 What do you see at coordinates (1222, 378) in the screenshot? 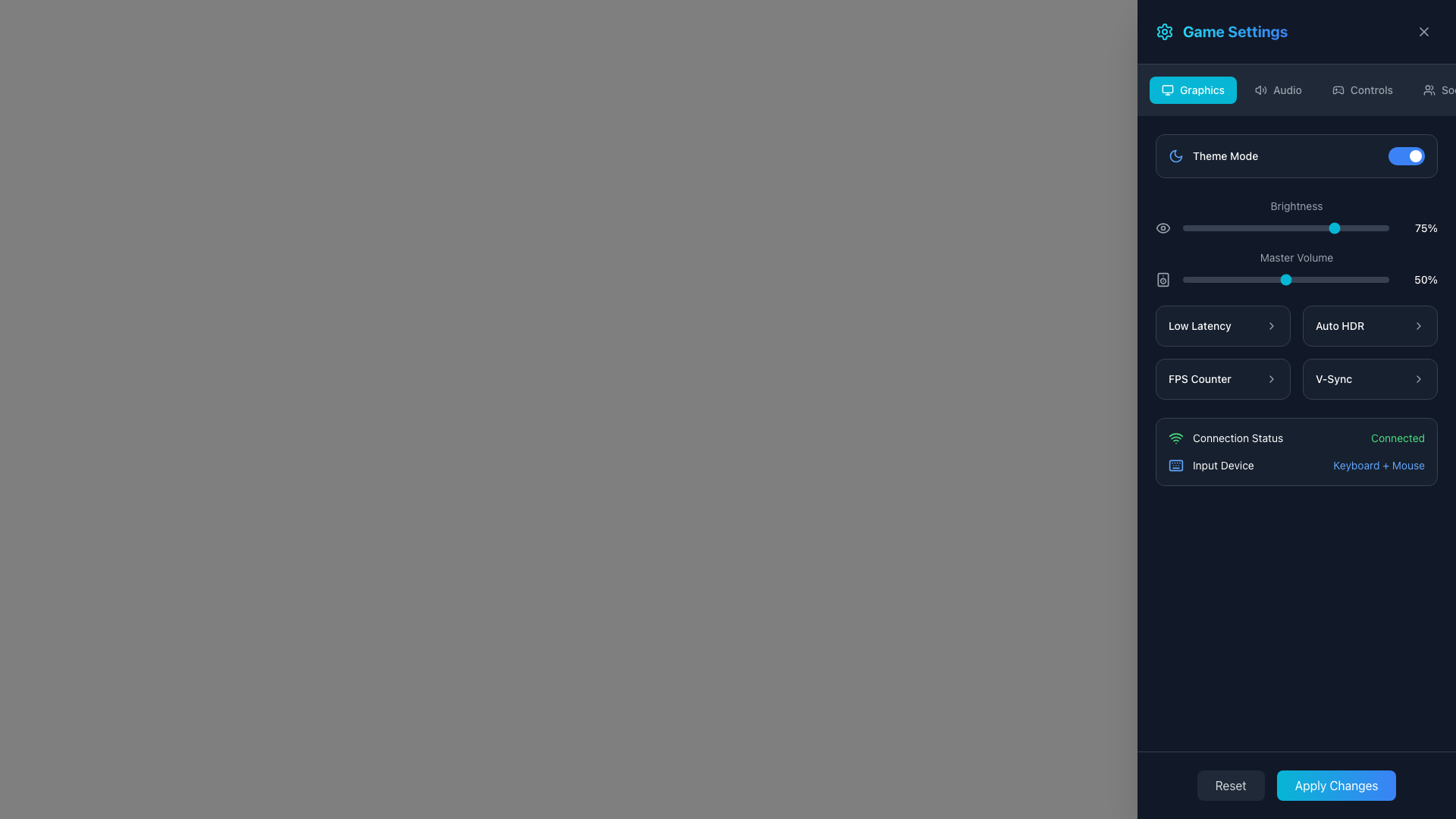
I see `the third button in the settings pane that accesses the FPS Counter feature` at bounding box center [1222, 378].